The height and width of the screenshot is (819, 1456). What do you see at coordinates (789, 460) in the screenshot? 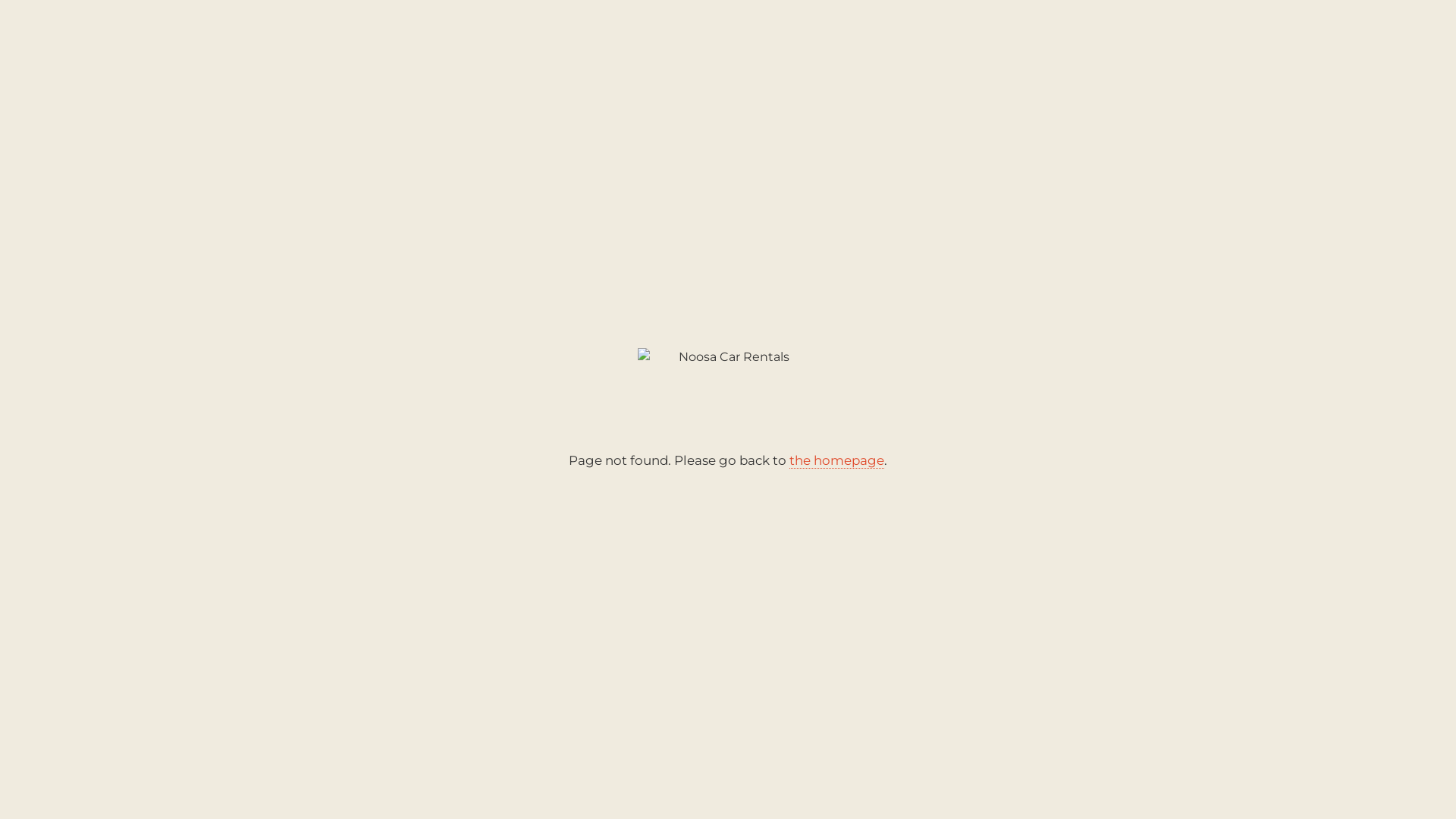
I see `'the homepage'` at bounding box center [789, 460].